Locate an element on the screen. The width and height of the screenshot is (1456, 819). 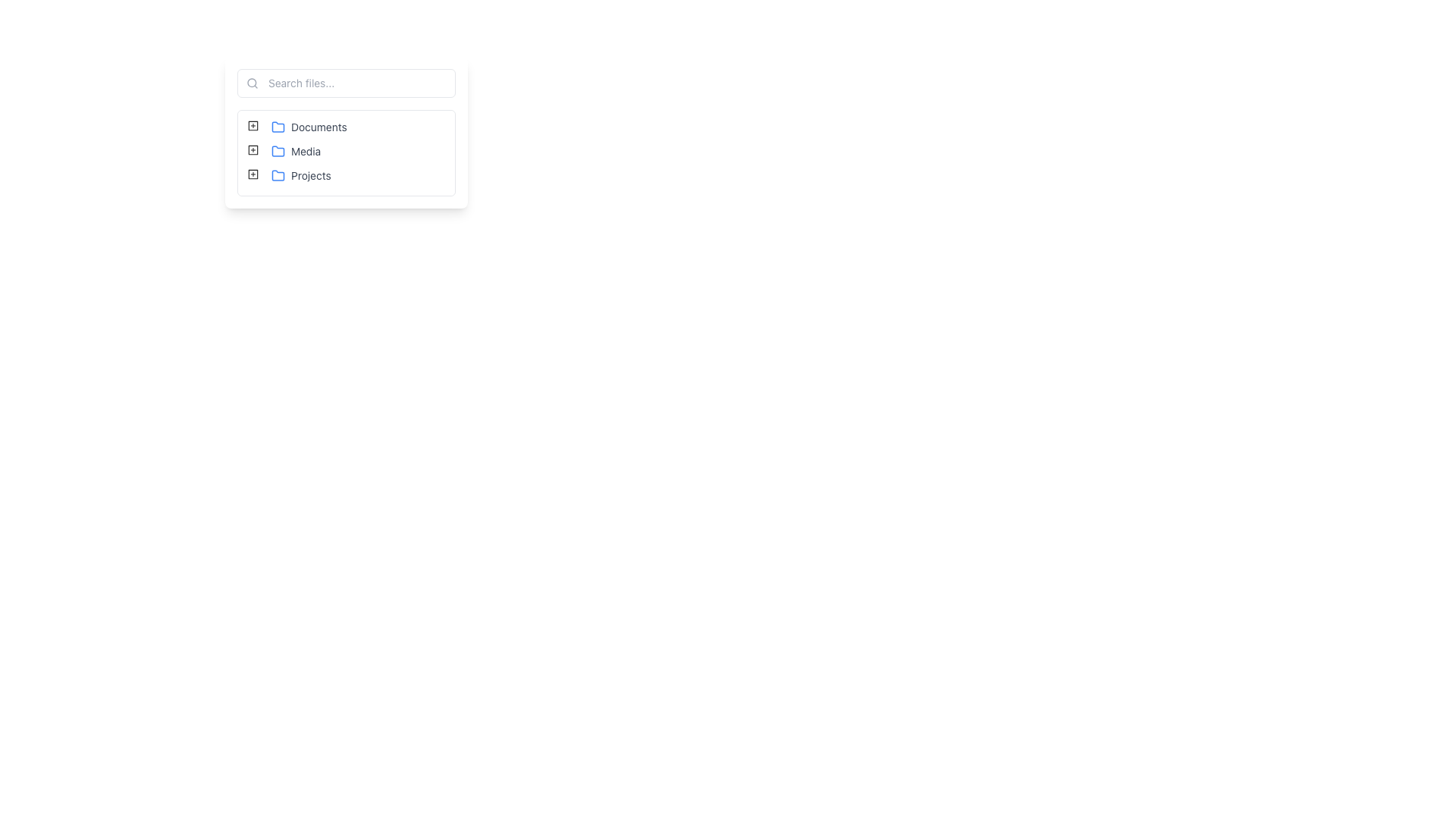
the square icon with a plus sign located to the left of the 'Media' folder label is located at coordinates (253, 149).